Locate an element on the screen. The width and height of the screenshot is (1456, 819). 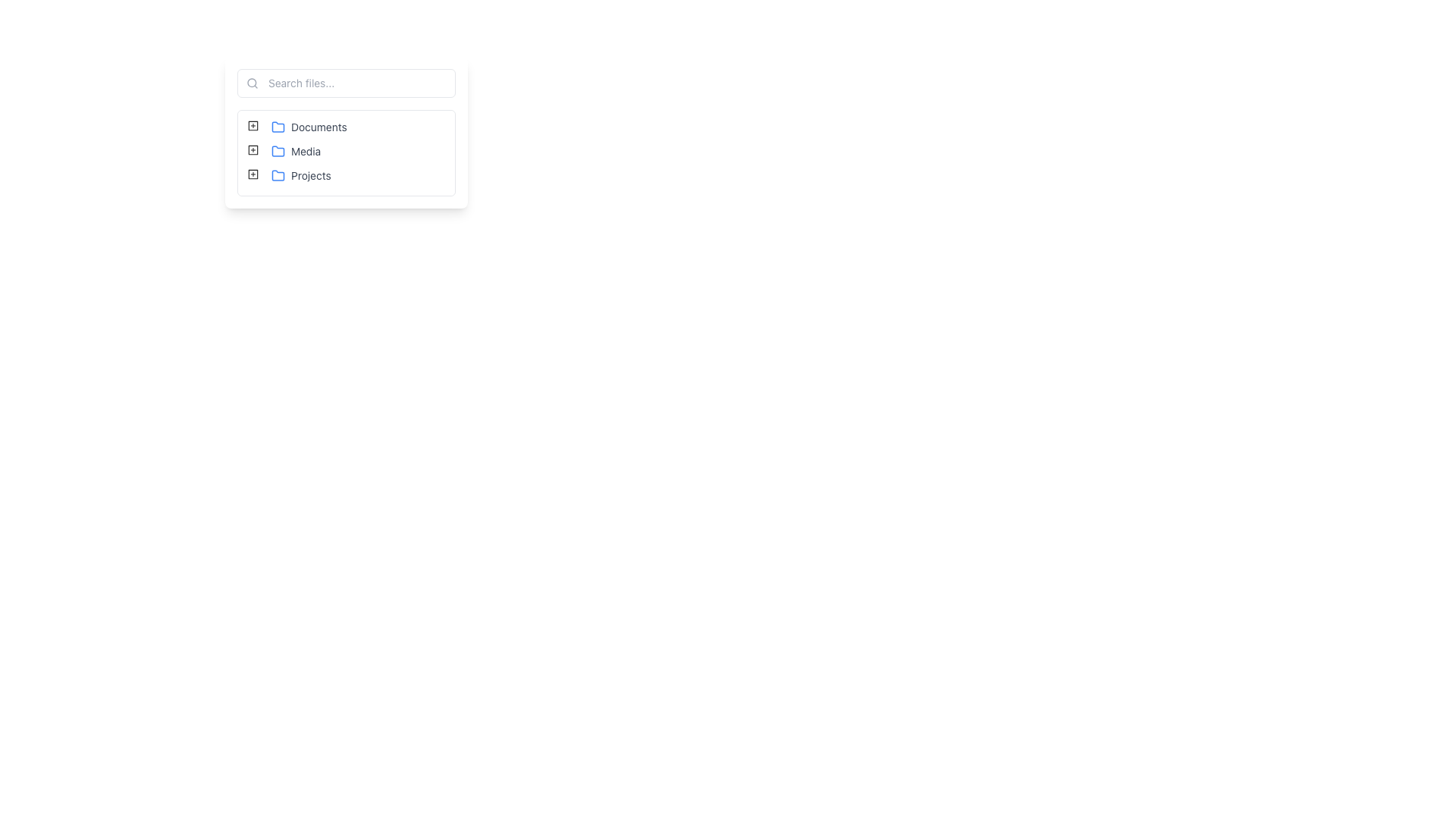
the square icon with a plus sign located to the left of the 'Media' folder label is located at coordinates (253, 149).